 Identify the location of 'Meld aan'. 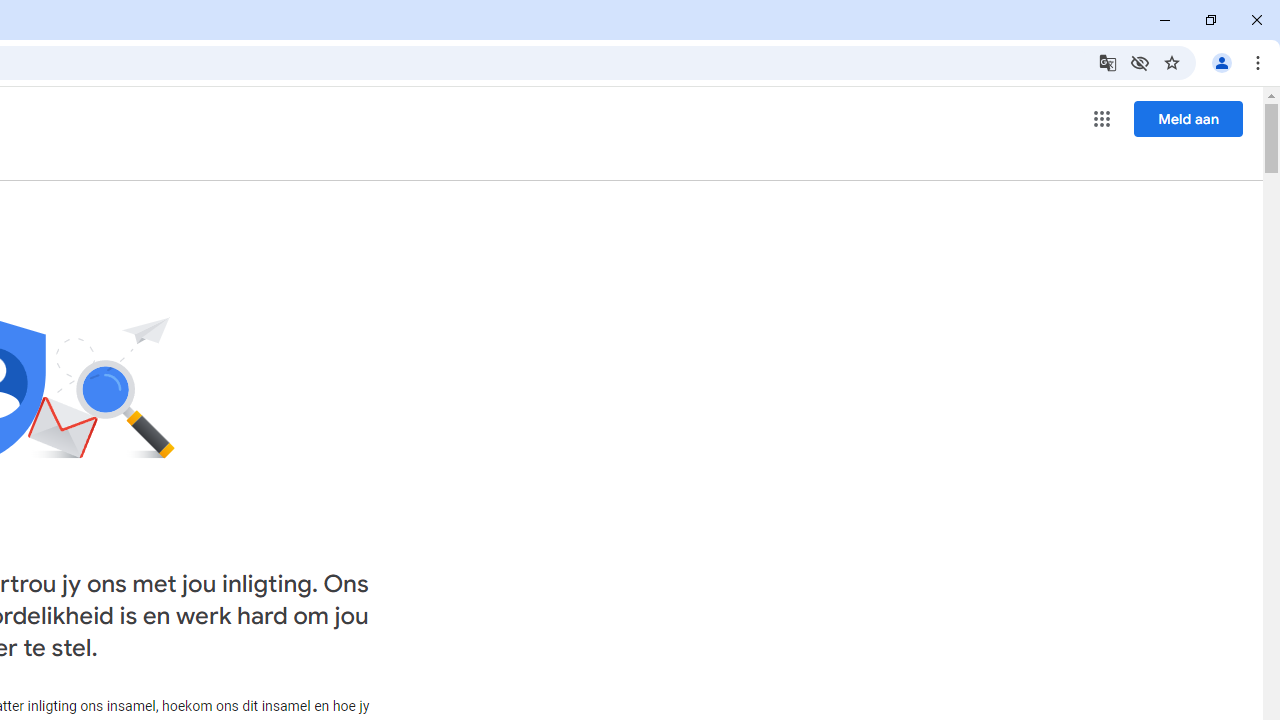
(1188, 118).